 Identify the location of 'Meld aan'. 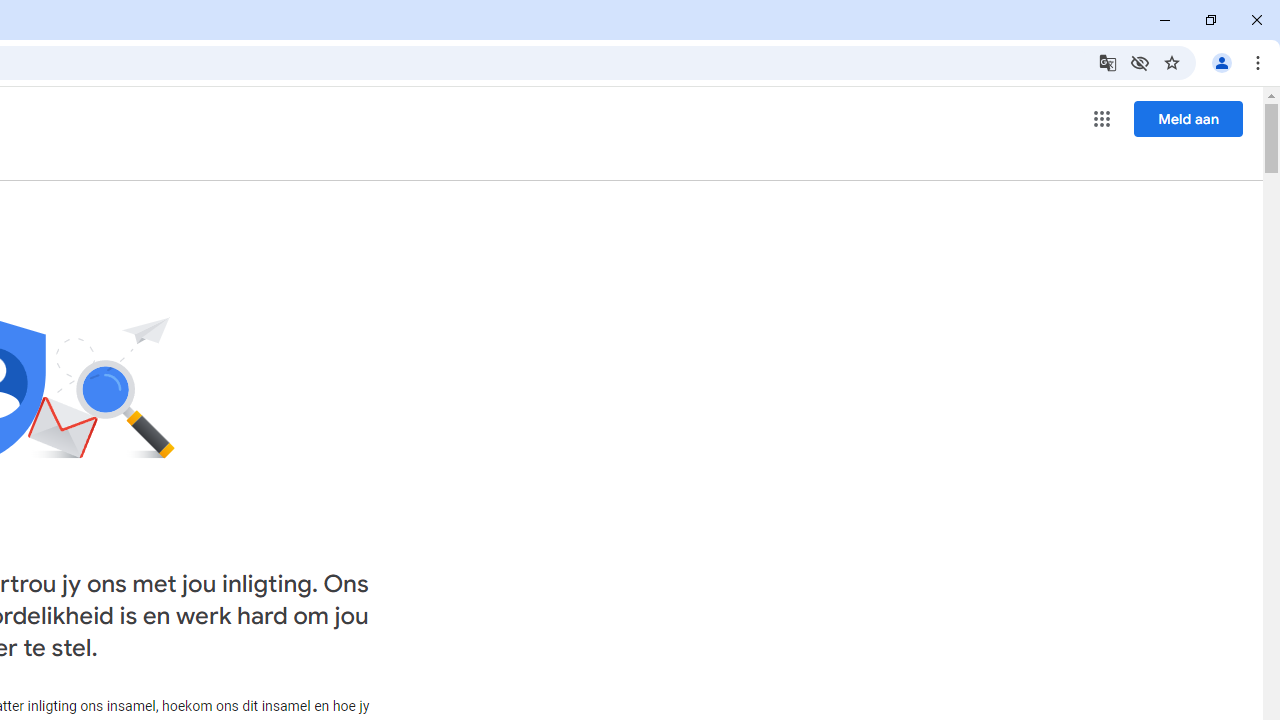
(1188, 118).